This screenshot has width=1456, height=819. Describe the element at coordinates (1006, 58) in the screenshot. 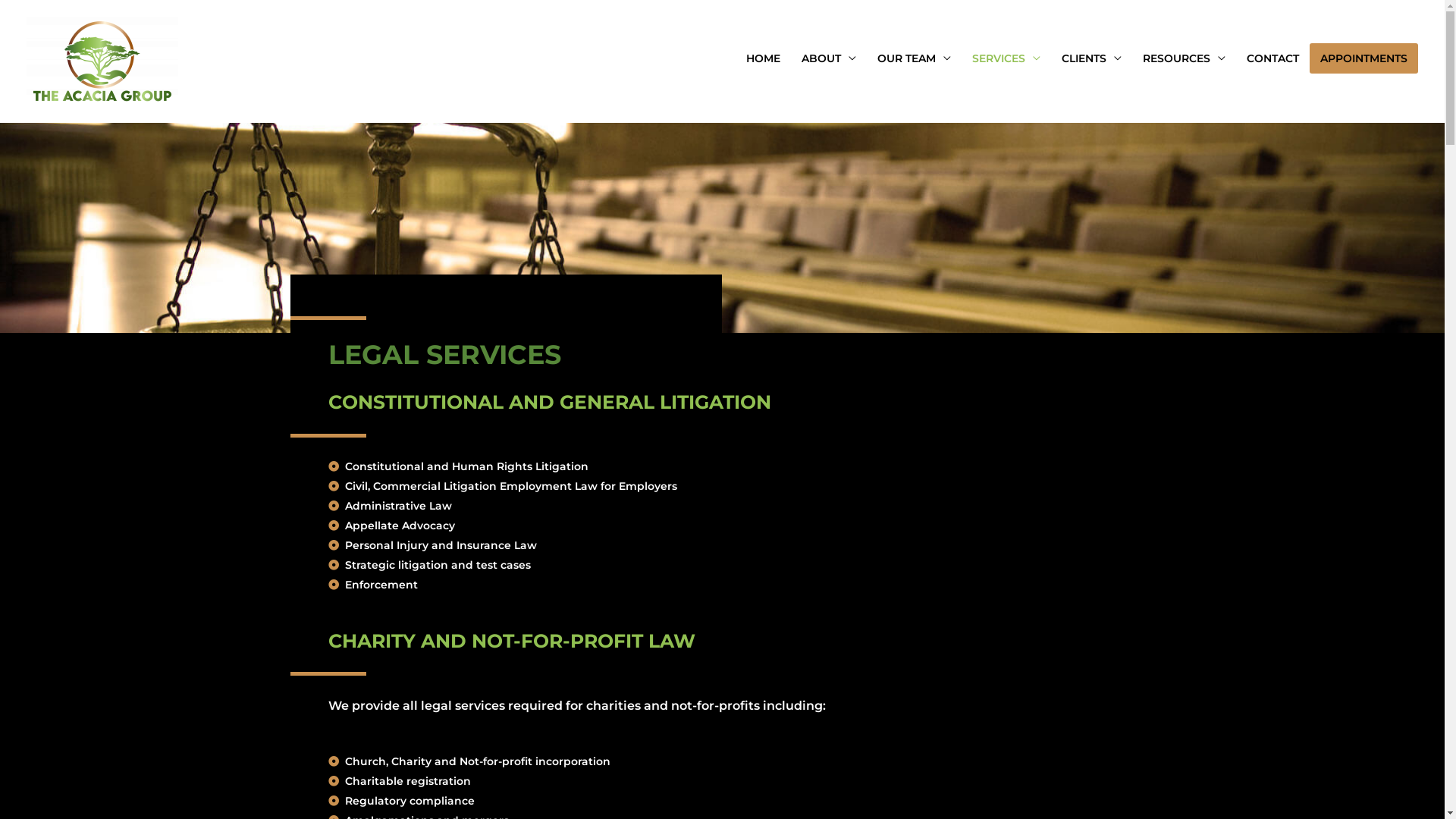

I see `'SERVICES'` at that location.